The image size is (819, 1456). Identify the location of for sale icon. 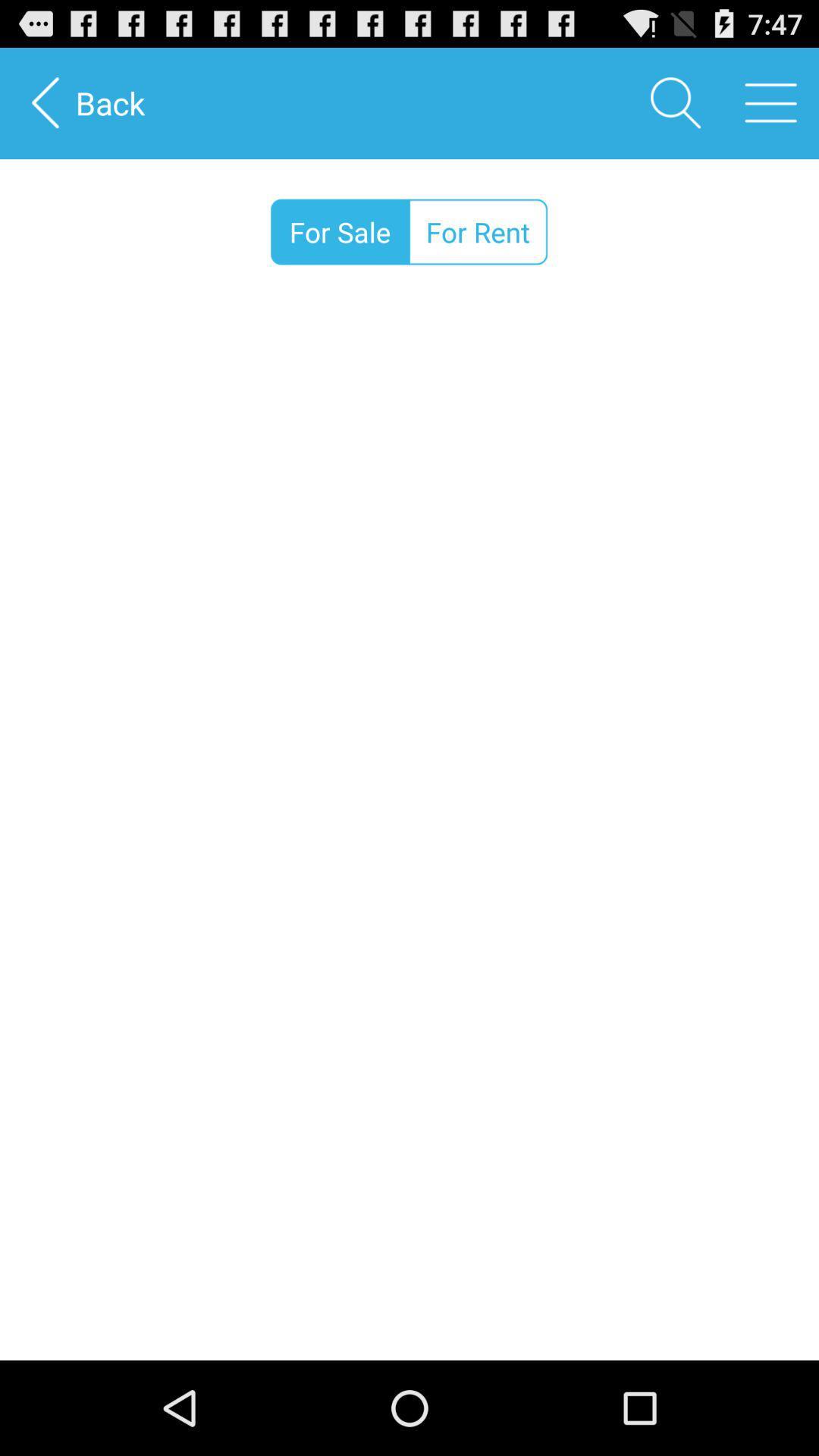
(339, 231).